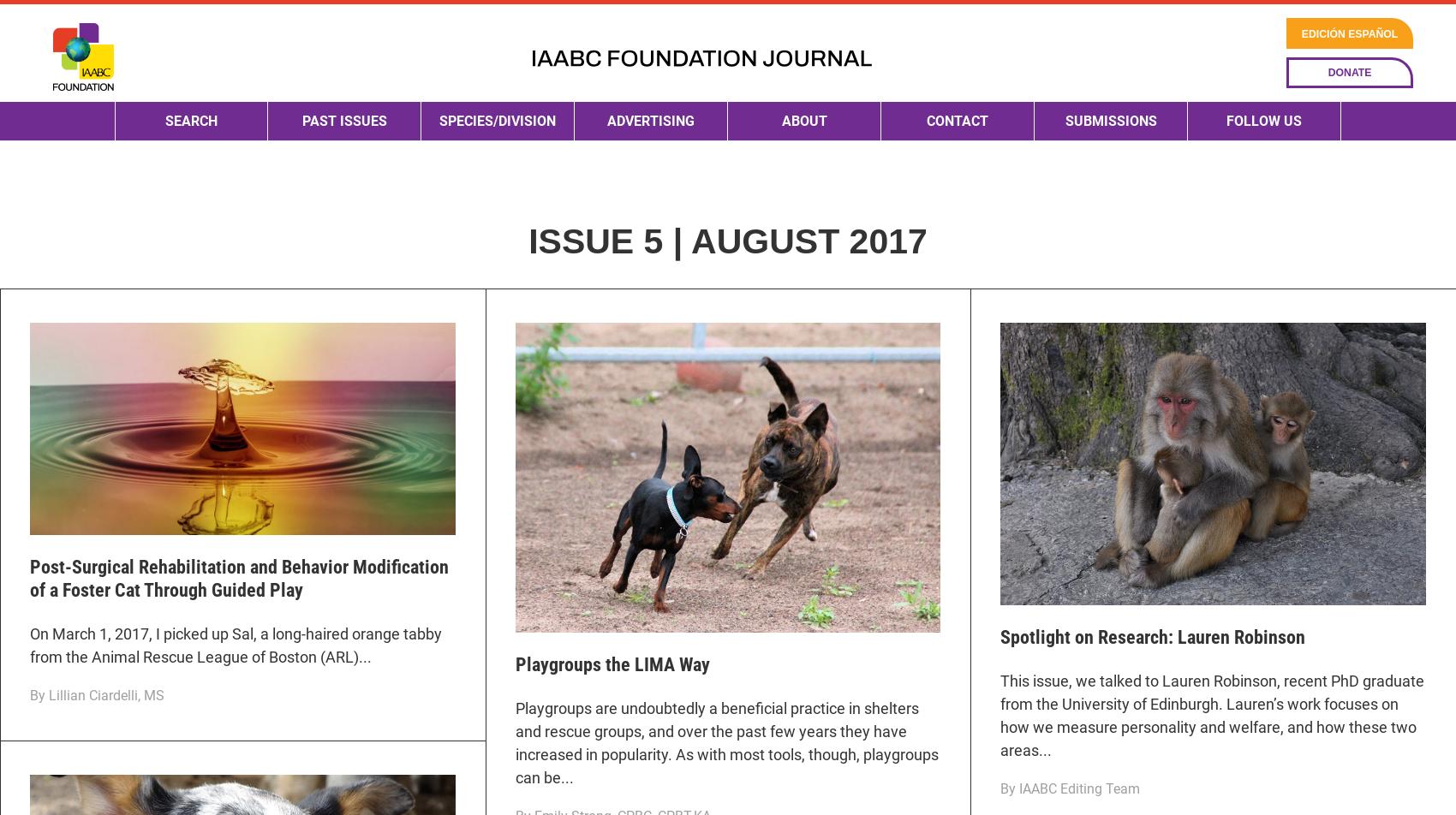 This screenshot has height=815, width=1456. What do you see at coordinates (513, 664) in the screenshot?
I see `'Playgroups the LIMA Way'` at bounding box center [513, 664].